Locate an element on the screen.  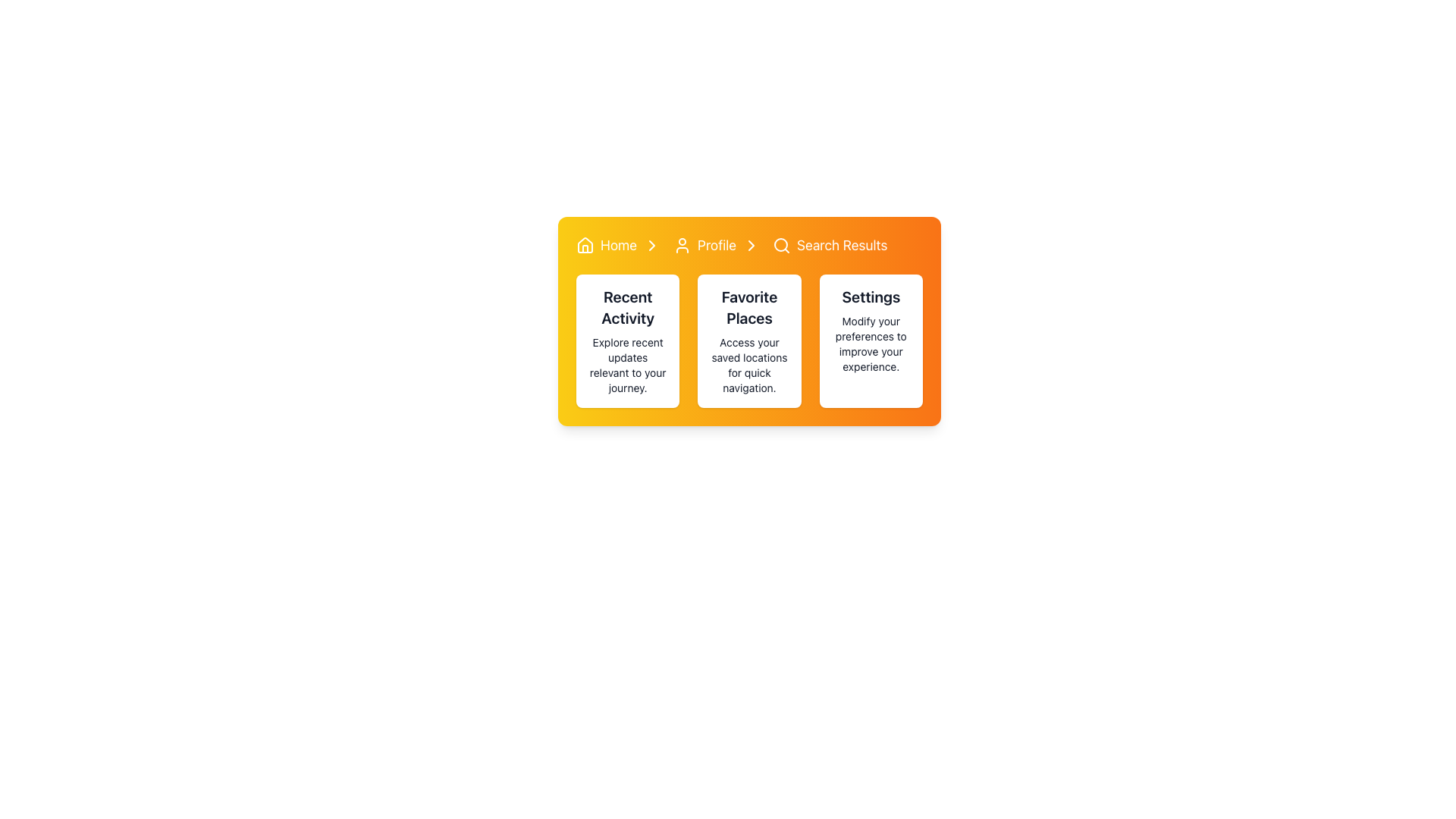
the right-facing chevron arrow icon located in the navigation bar section labeled 'Home', which indicates progression or navigation and is positioned to the right of the 'Home' text and before the 'Profile' text is located at coordinates (651, 245).